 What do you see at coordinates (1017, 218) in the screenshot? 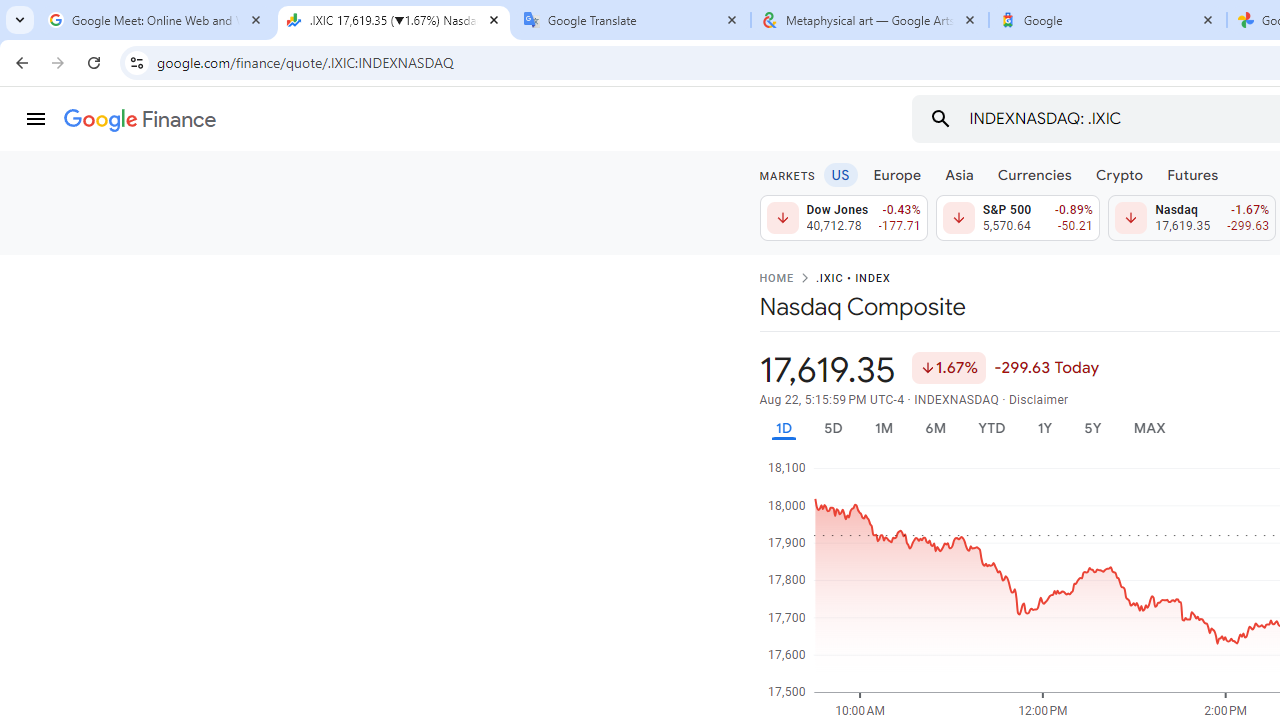
I see `'S&P 500 5,570.64 Down by 0.89% -50.21'` at bounding box center [1017, 218].